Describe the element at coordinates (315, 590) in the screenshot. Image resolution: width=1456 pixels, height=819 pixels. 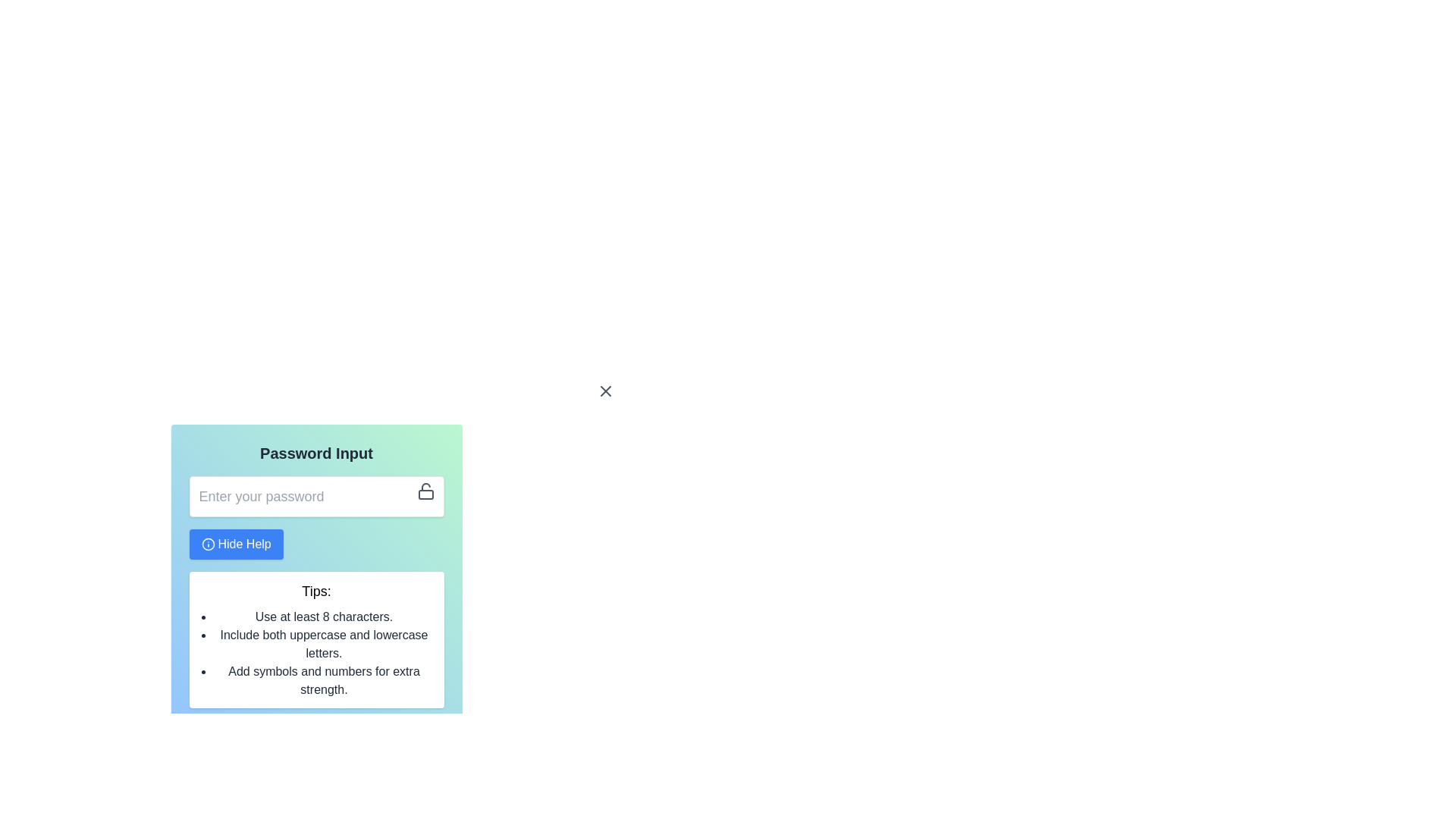
I see `the 'Tips:' label, which displays password creation advice and is styled in bold with a larger font size, located beneath the 'Hide Help' button` at that location.